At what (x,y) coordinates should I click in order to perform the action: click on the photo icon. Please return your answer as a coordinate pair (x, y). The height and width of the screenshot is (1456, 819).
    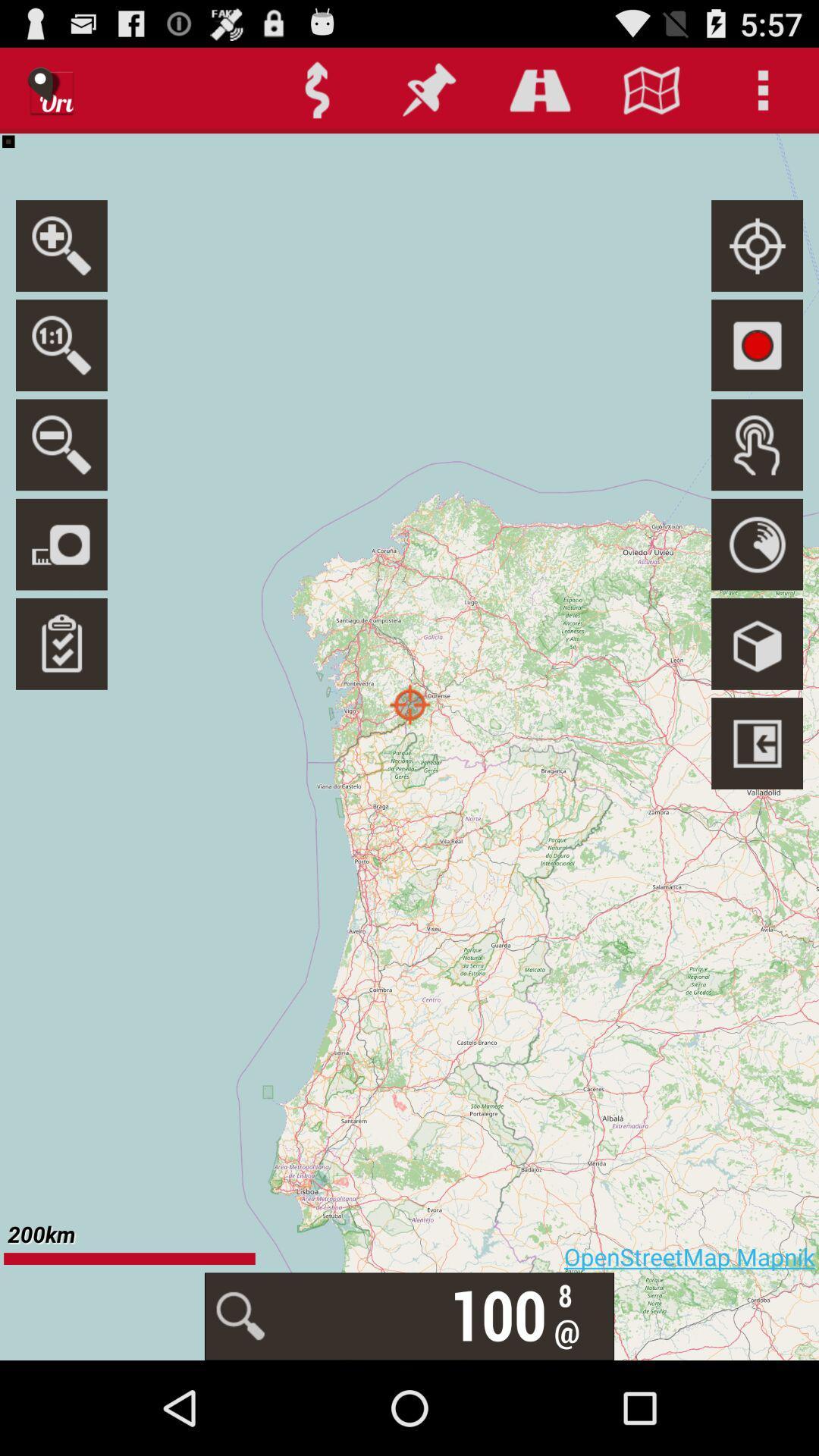
    Looking at the image, I should click on (61, 582).